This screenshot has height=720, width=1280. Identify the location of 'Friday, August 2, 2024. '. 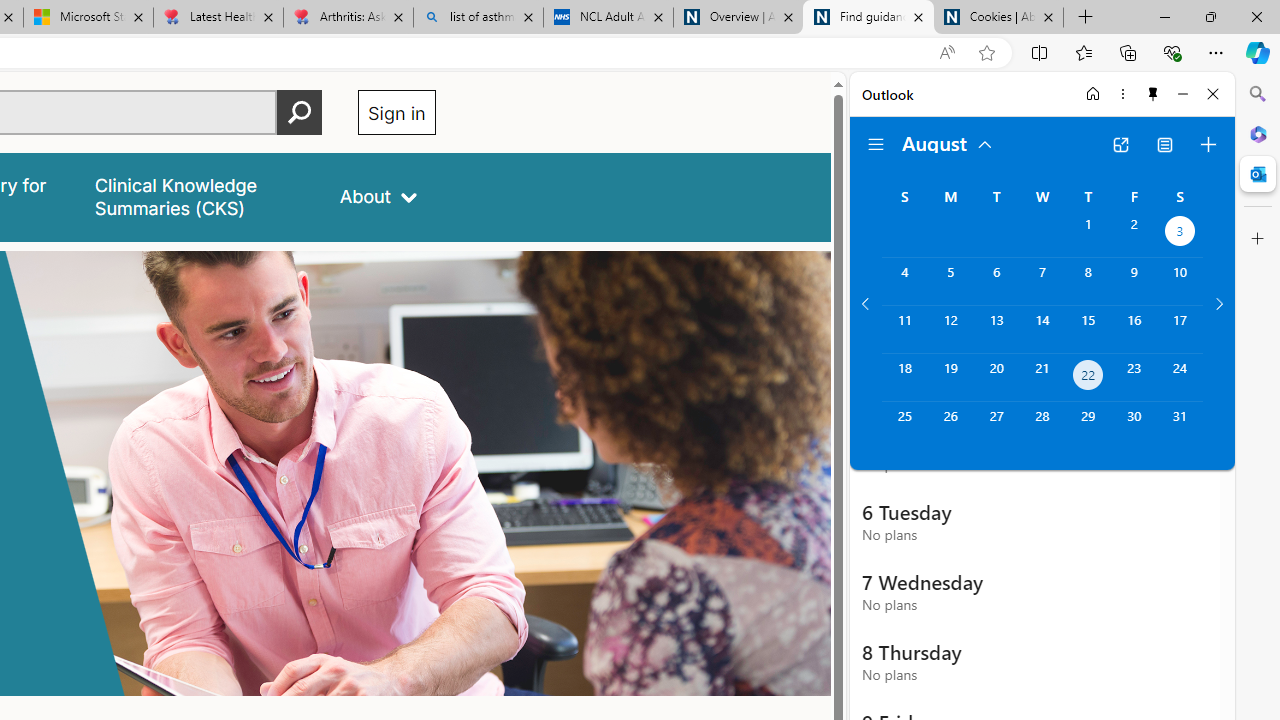
(1134, 232).